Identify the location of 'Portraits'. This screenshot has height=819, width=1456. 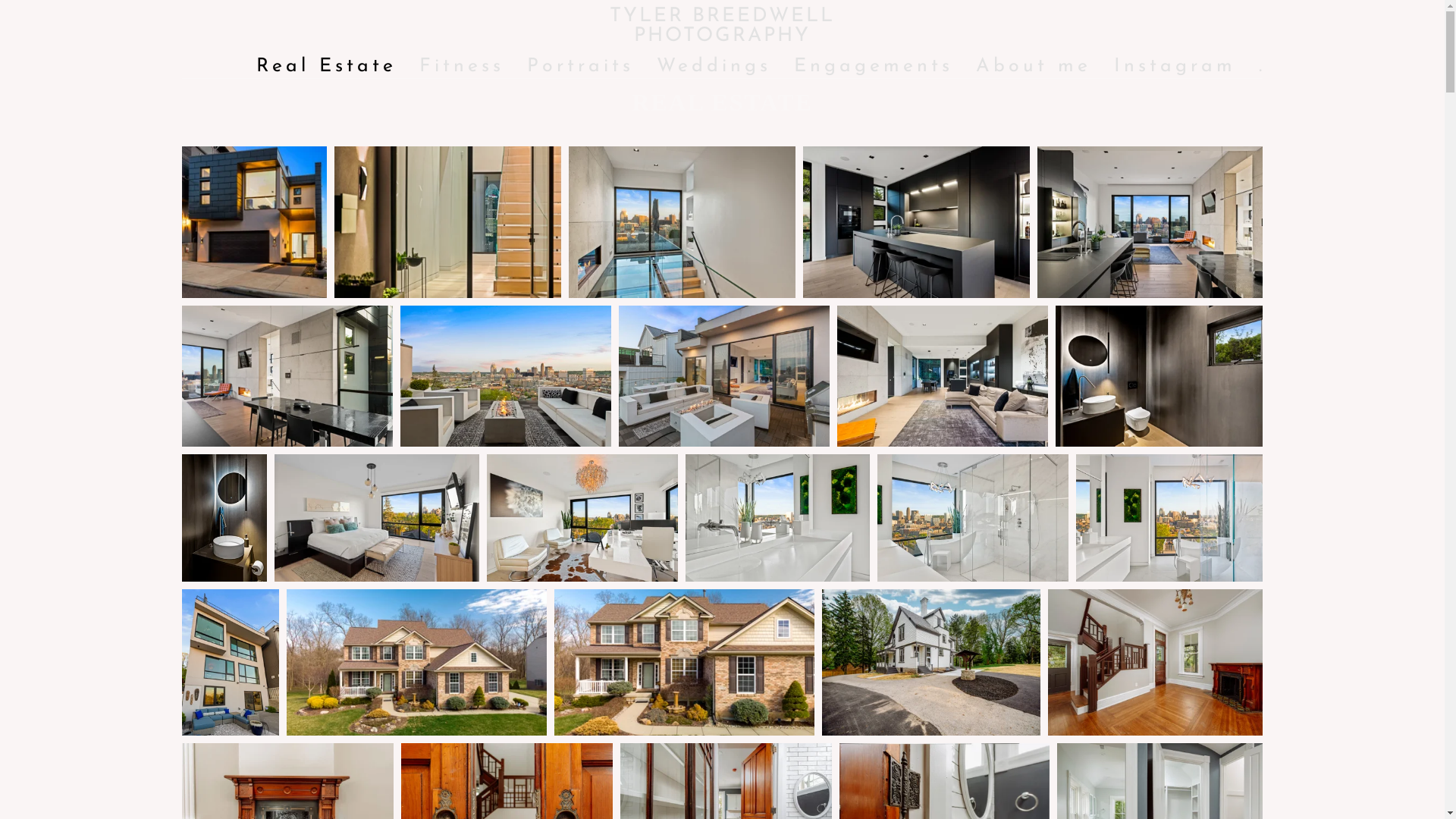
(579, 65).